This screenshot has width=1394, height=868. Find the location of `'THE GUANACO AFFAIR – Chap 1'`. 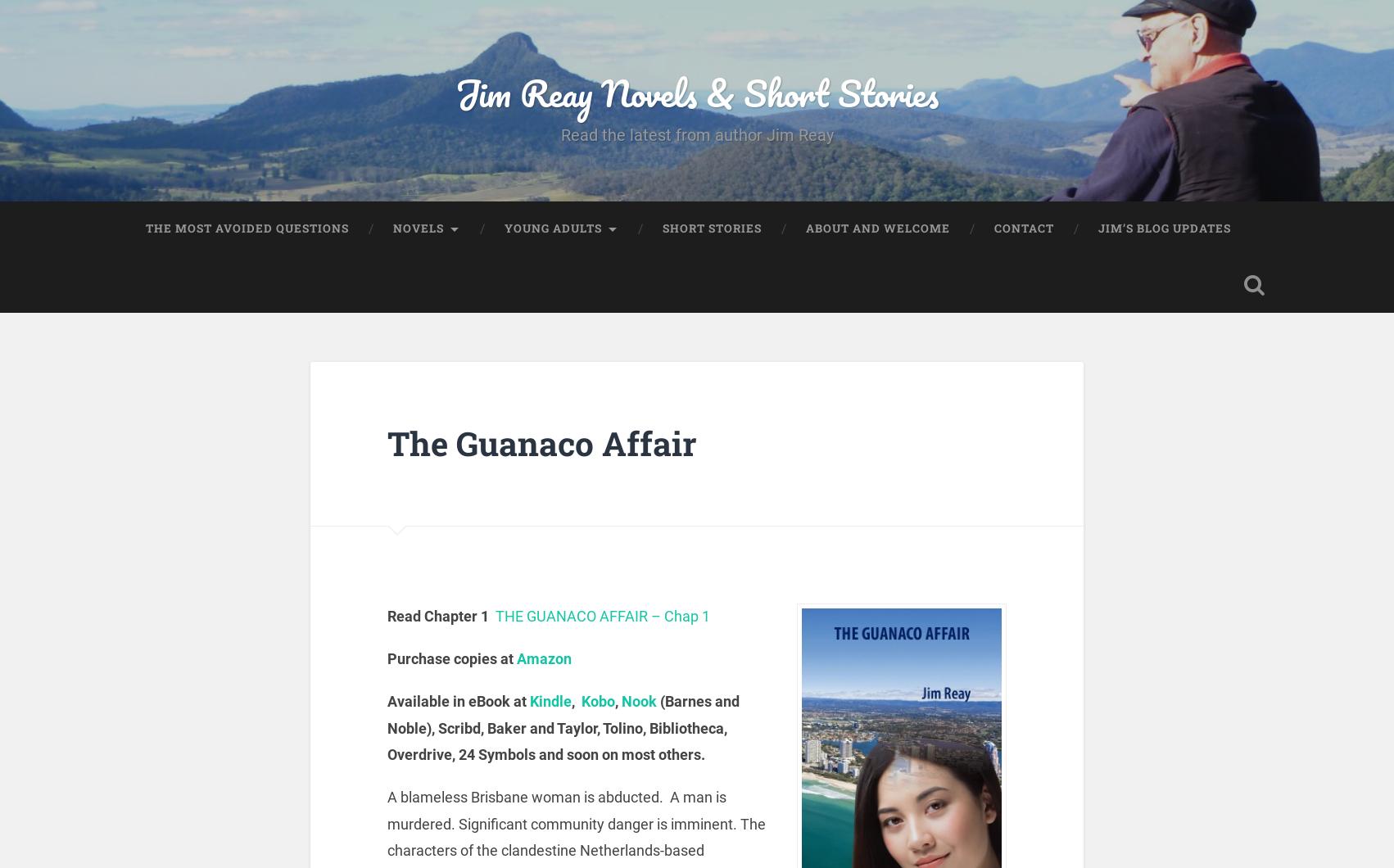

'THE GUANACO AFFAIR – Chap 1' is located at coordinates (601, 615).